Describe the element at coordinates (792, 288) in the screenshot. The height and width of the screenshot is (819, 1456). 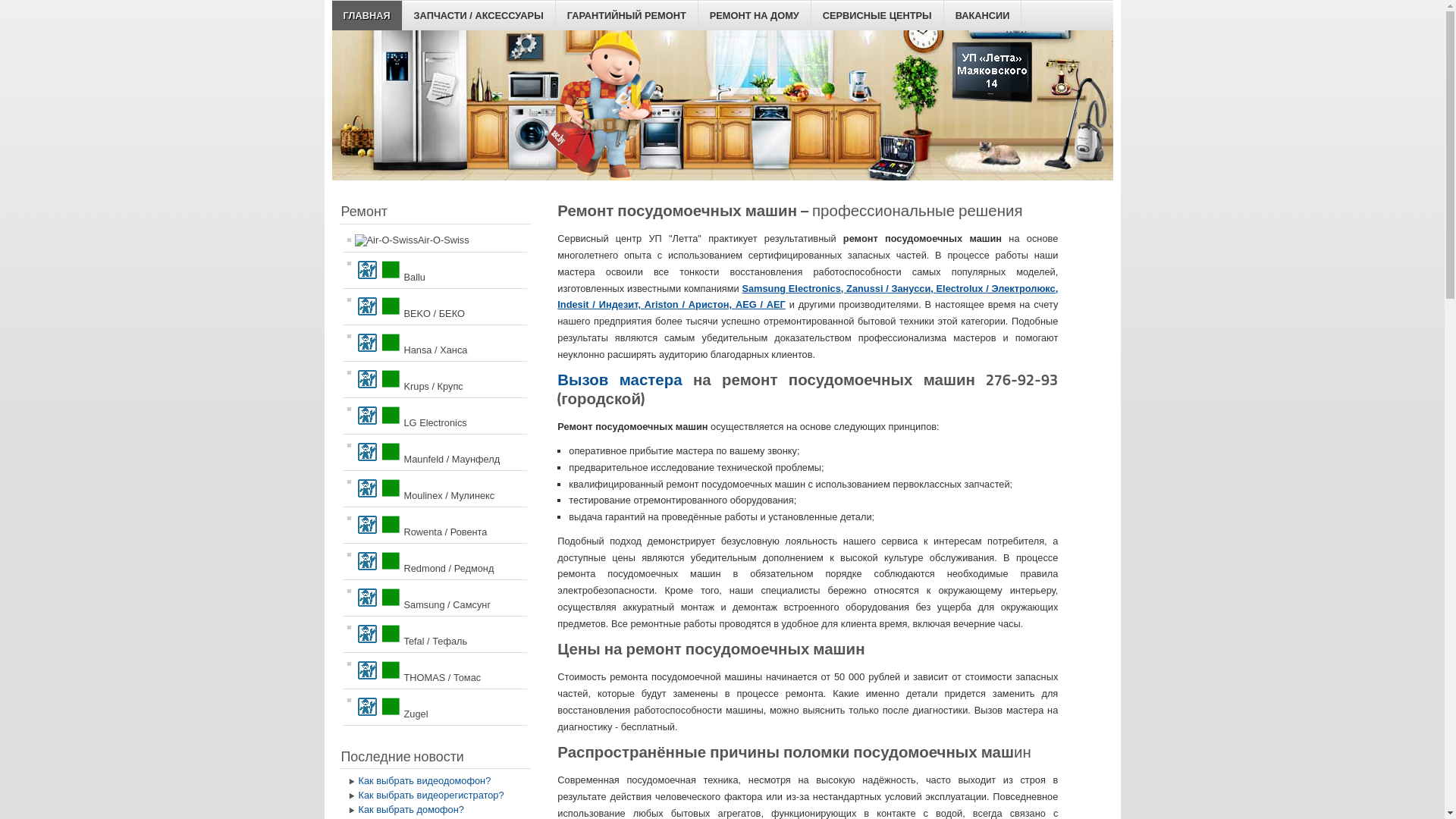
I see `'Samsung Electronics,'` at that location.